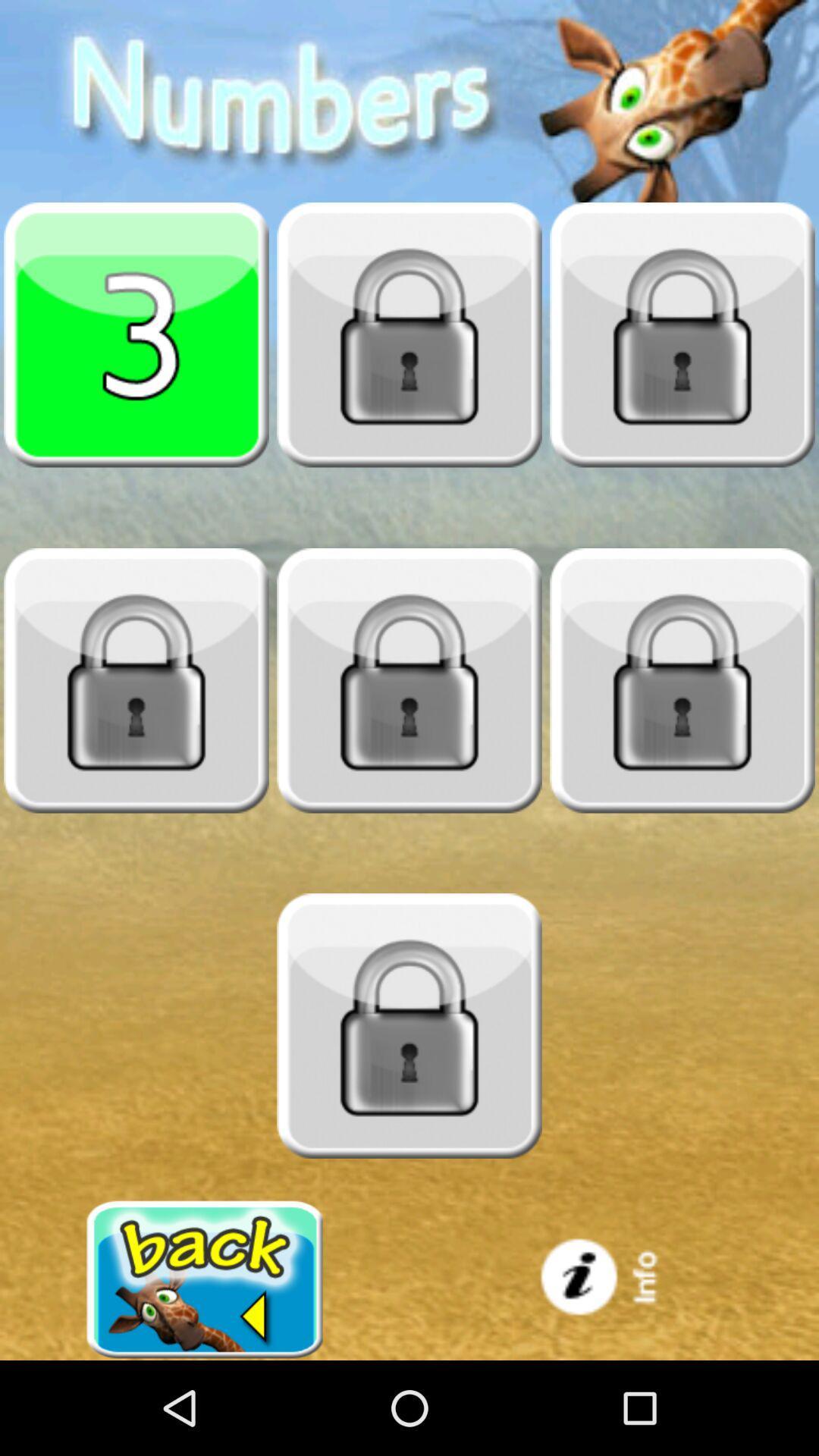 The width and height of the screenshot is (819, 1456). Describe the element at coordinates (136, 679) in the screenshot. I see `locked level` at that location.